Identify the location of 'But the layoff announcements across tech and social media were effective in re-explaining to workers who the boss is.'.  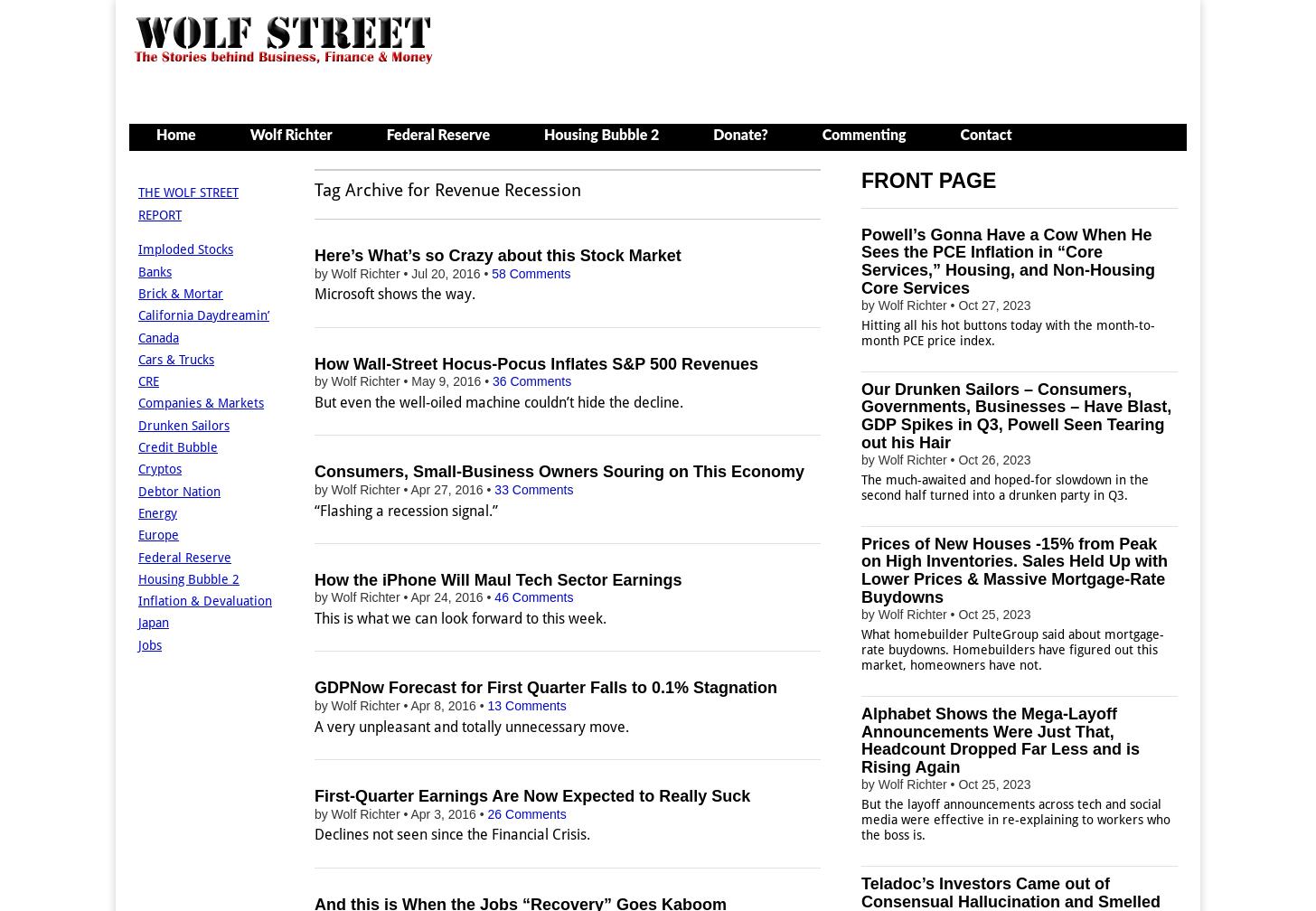
(1016, 819).